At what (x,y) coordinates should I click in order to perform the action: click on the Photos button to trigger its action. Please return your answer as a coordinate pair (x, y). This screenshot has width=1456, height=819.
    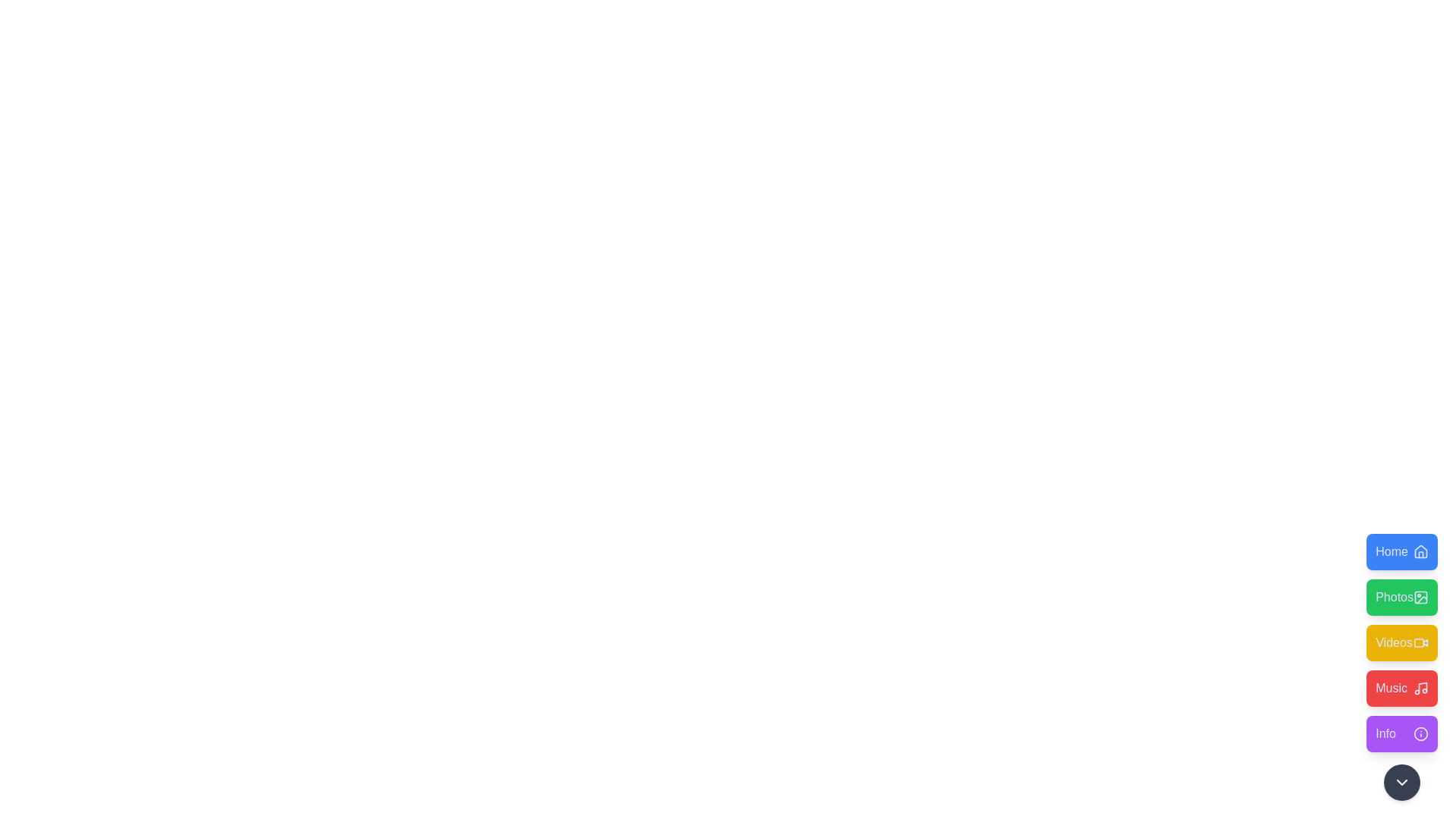
    Looking at the image, I should click on (1401, 596).